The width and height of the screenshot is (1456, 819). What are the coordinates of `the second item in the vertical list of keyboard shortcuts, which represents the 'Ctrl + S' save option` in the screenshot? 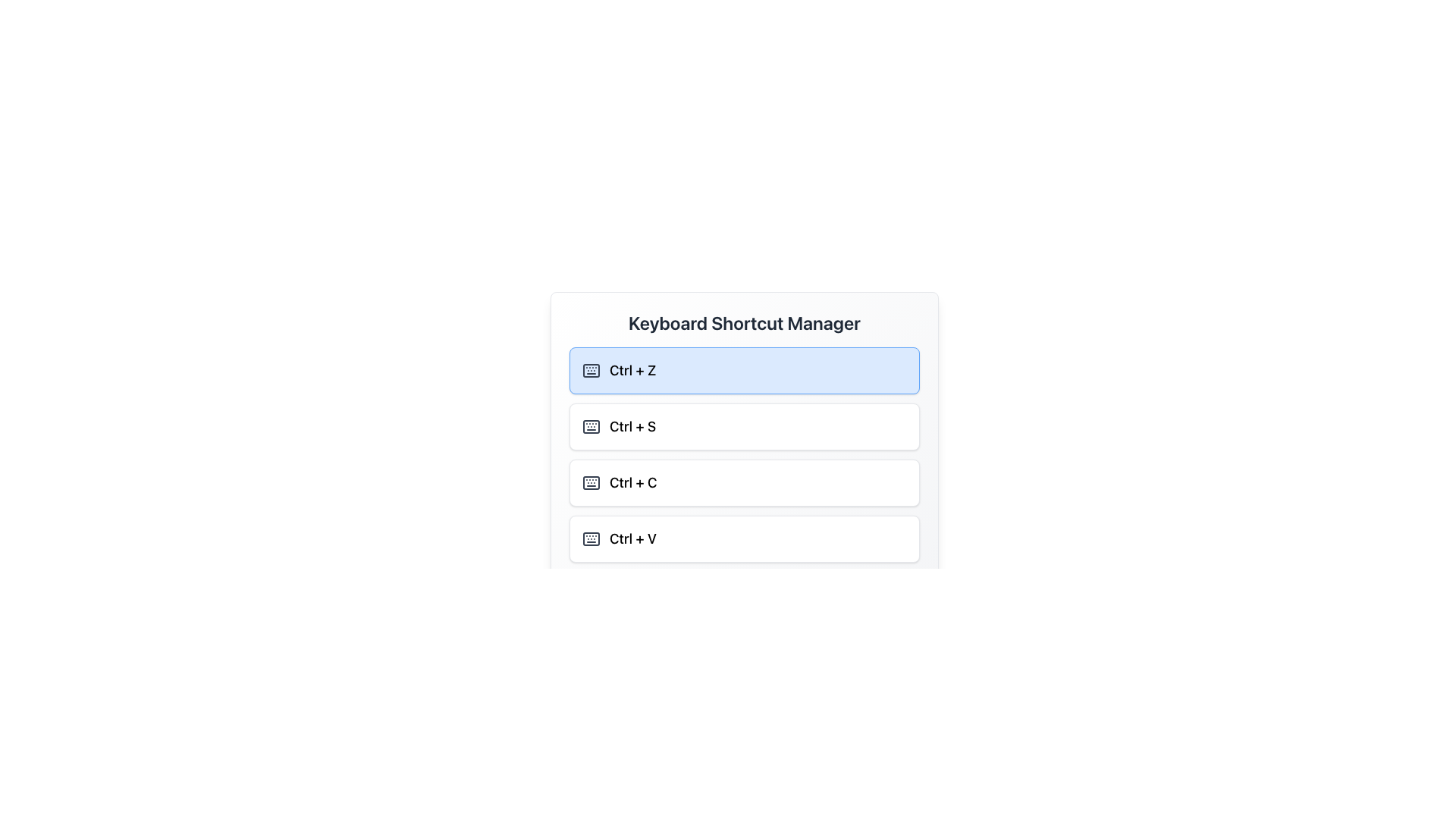 It's located at (745, 427).